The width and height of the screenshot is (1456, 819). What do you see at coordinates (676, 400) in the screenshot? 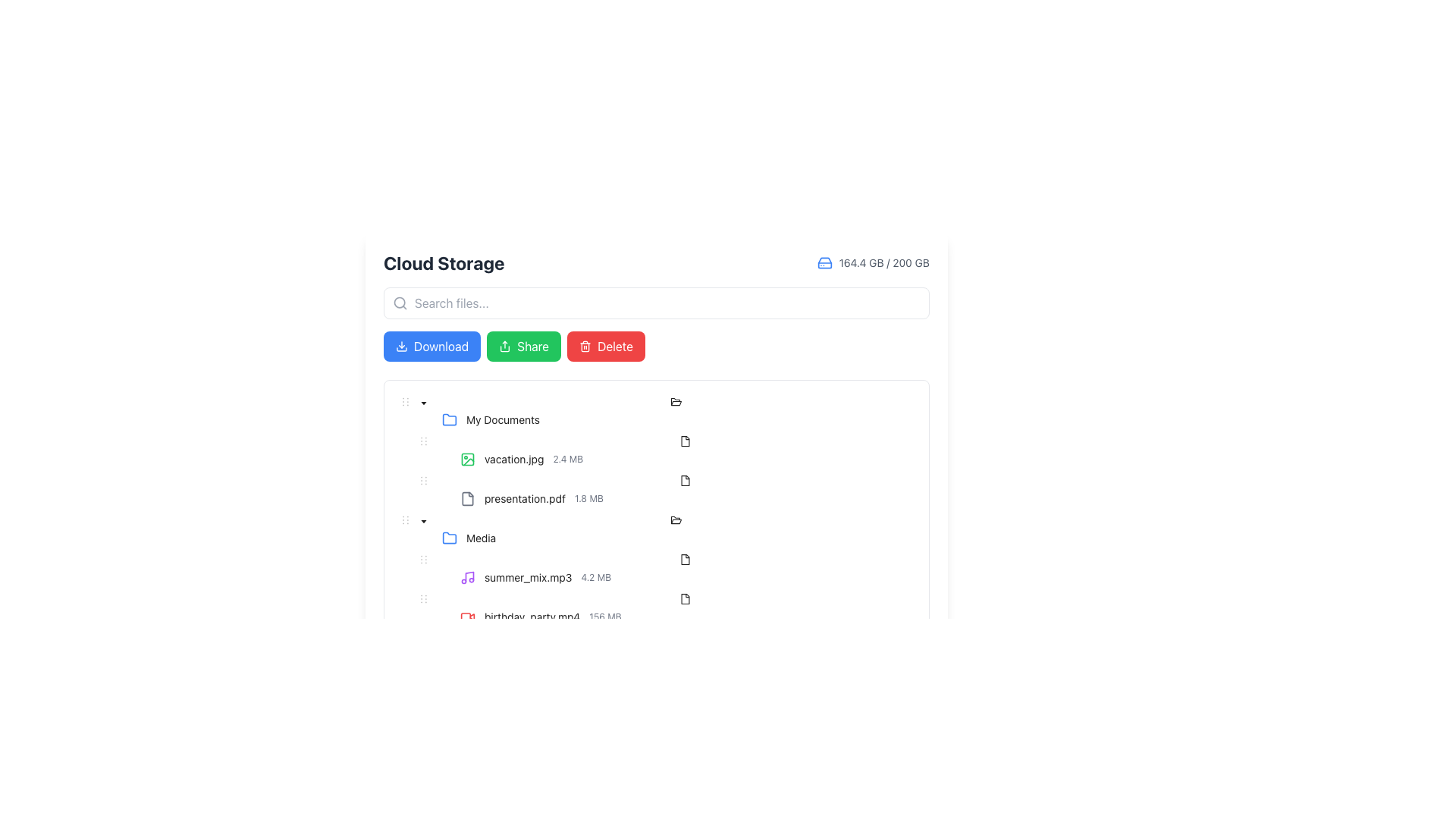
I see `the folder icon representing the 'My Documents' item` at bounding box center [676, 400].